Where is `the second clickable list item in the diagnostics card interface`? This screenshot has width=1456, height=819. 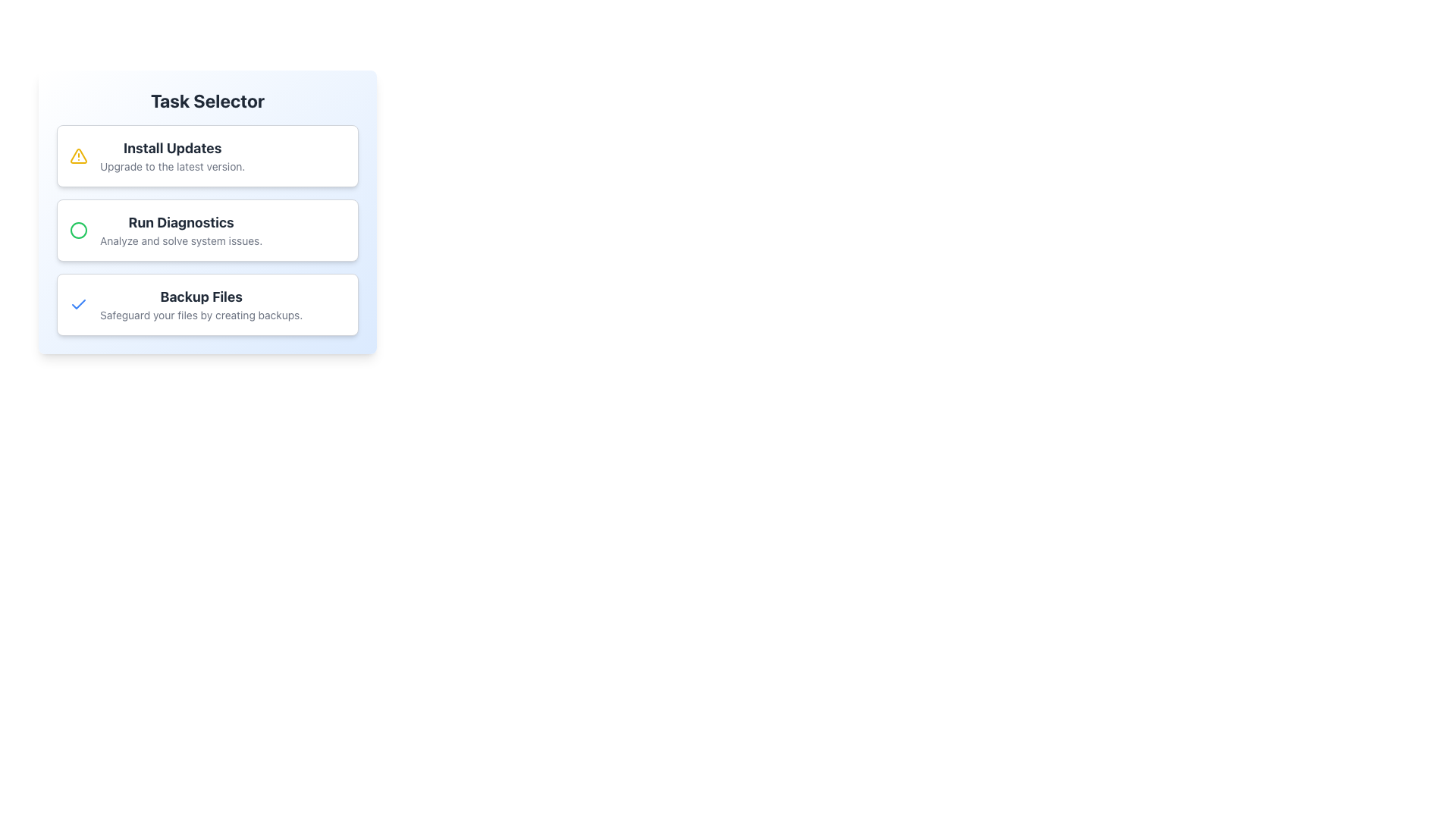
the second clickable list item in the diagnostics card interface is located at coordinates (206, 231).